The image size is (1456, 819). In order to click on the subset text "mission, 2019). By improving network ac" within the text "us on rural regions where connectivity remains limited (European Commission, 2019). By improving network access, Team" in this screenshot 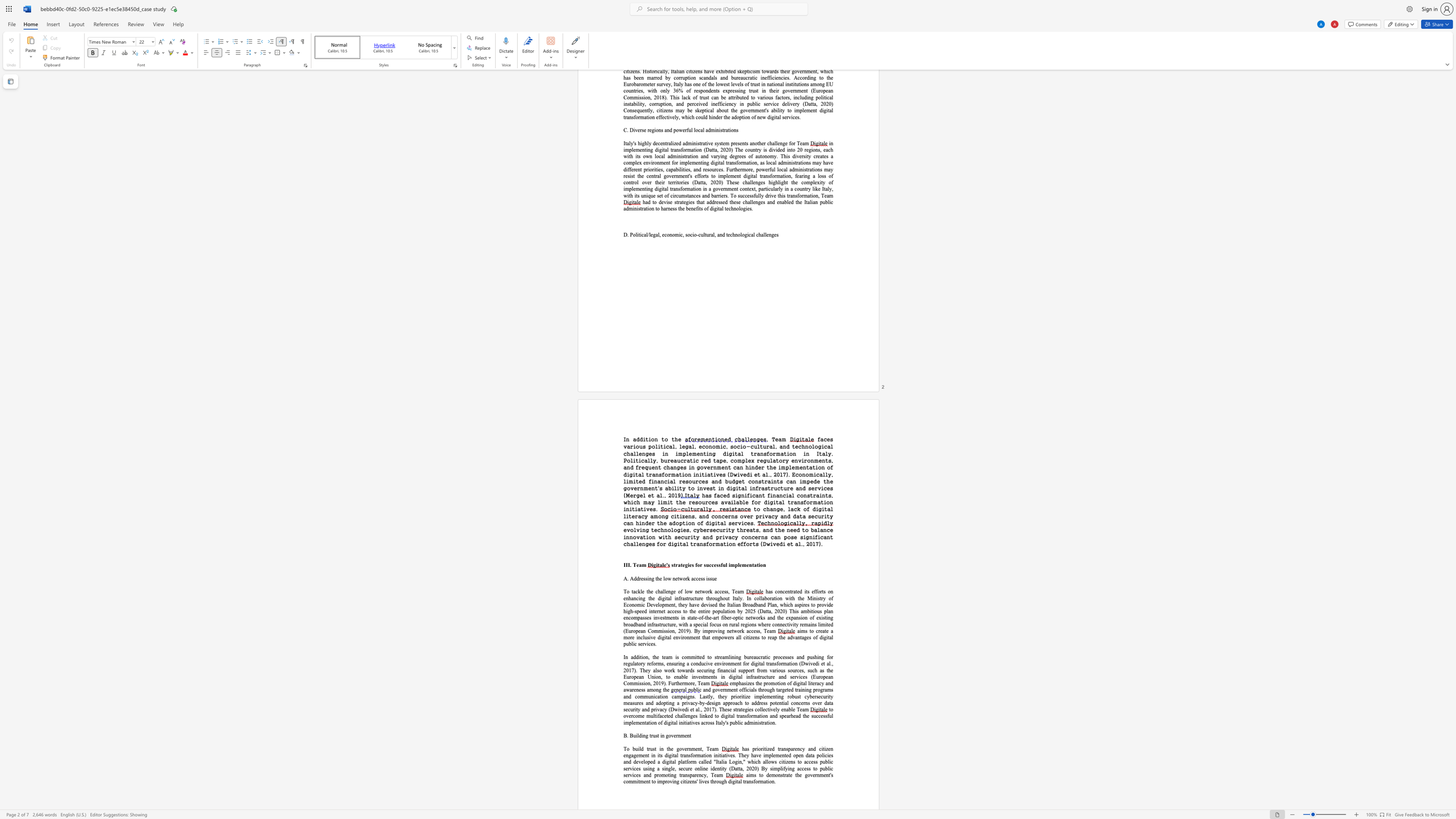, I will do `click(658, 631)`.